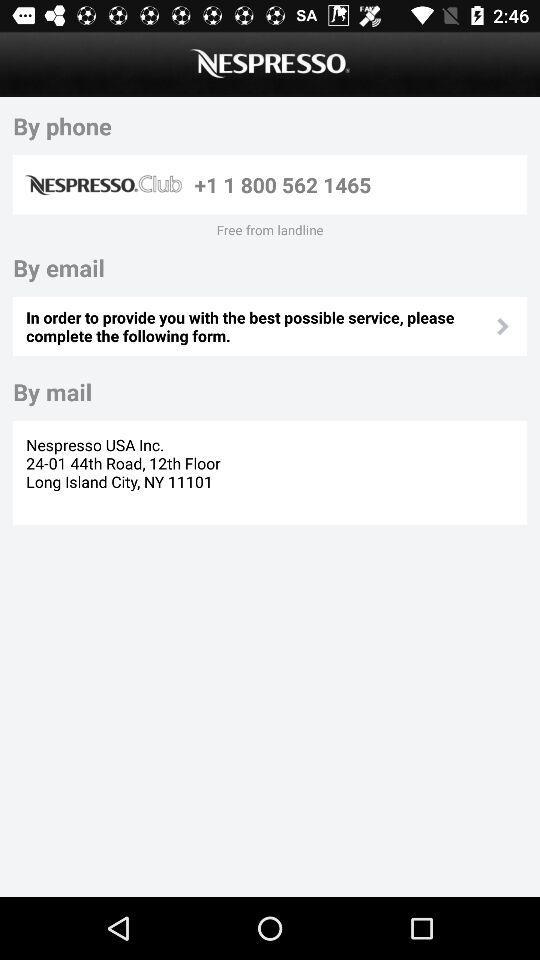 The image size is (540, 960). I want to click on icon at the center, so click(259, 326).